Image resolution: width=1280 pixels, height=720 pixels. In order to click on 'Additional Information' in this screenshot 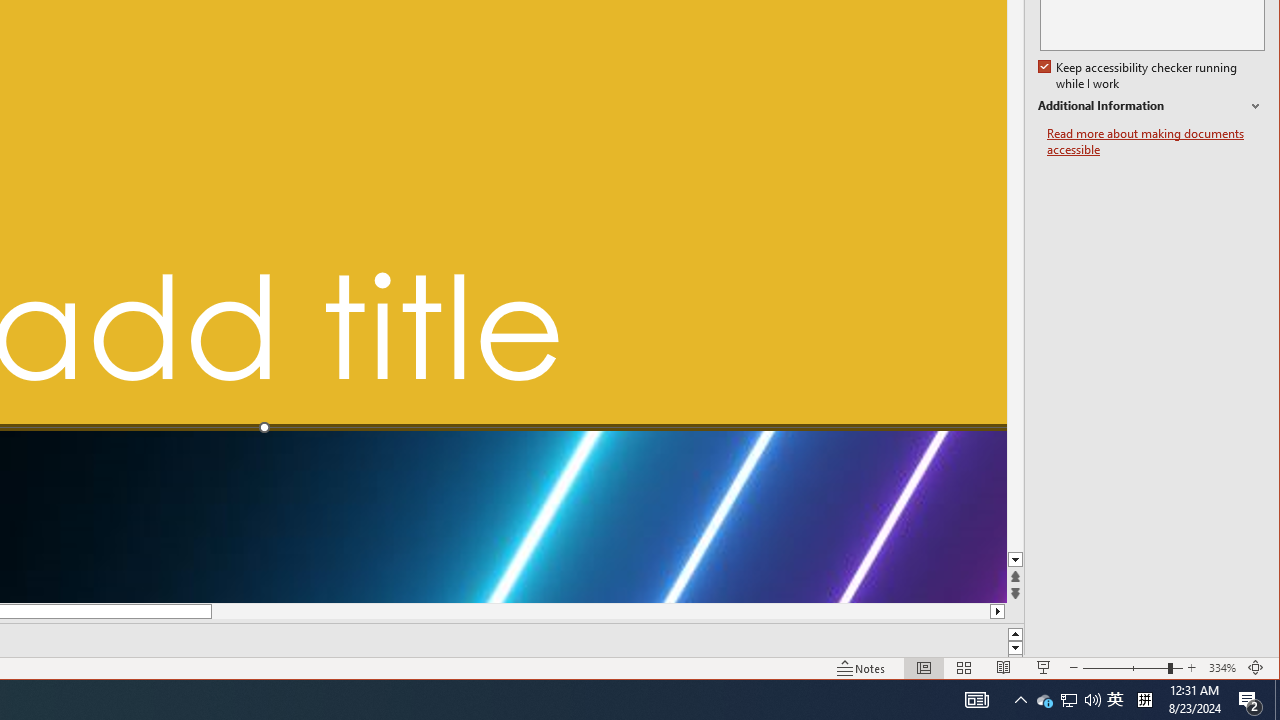, I will do `click(1151, 106)`.